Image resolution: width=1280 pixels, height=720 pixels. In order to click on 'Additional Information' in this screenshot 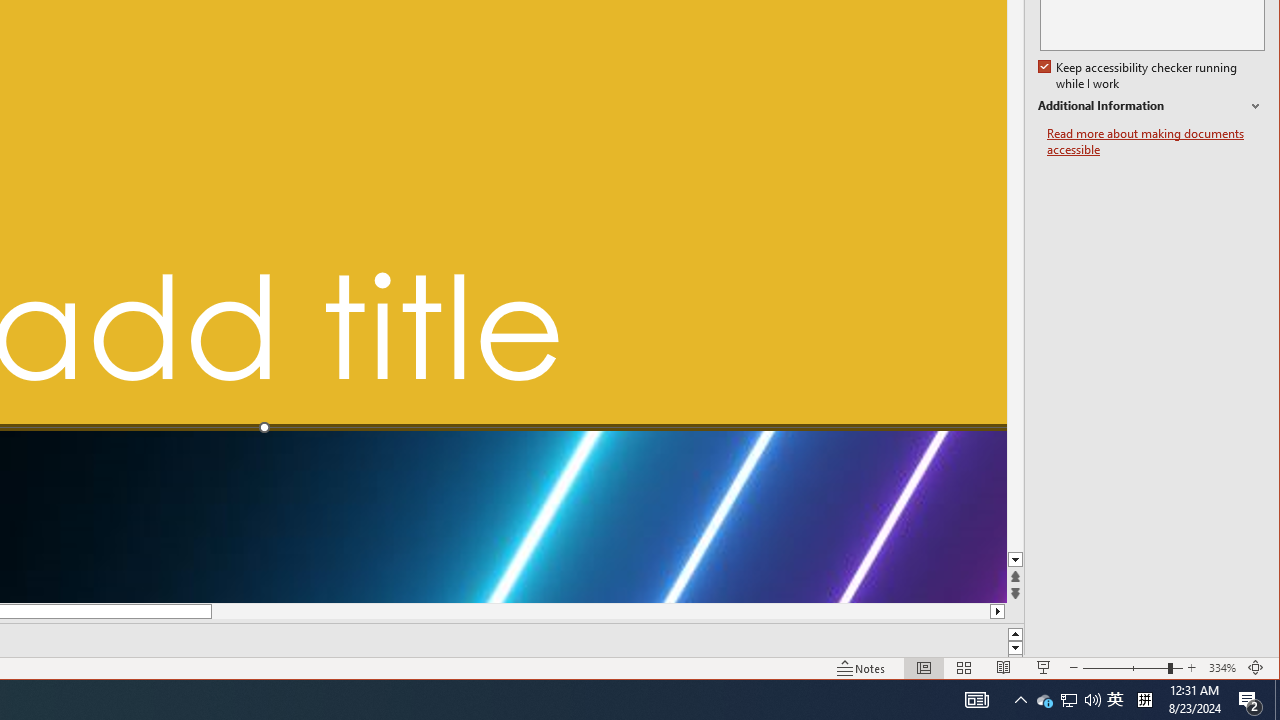, I will do `click(1151, 106)`.